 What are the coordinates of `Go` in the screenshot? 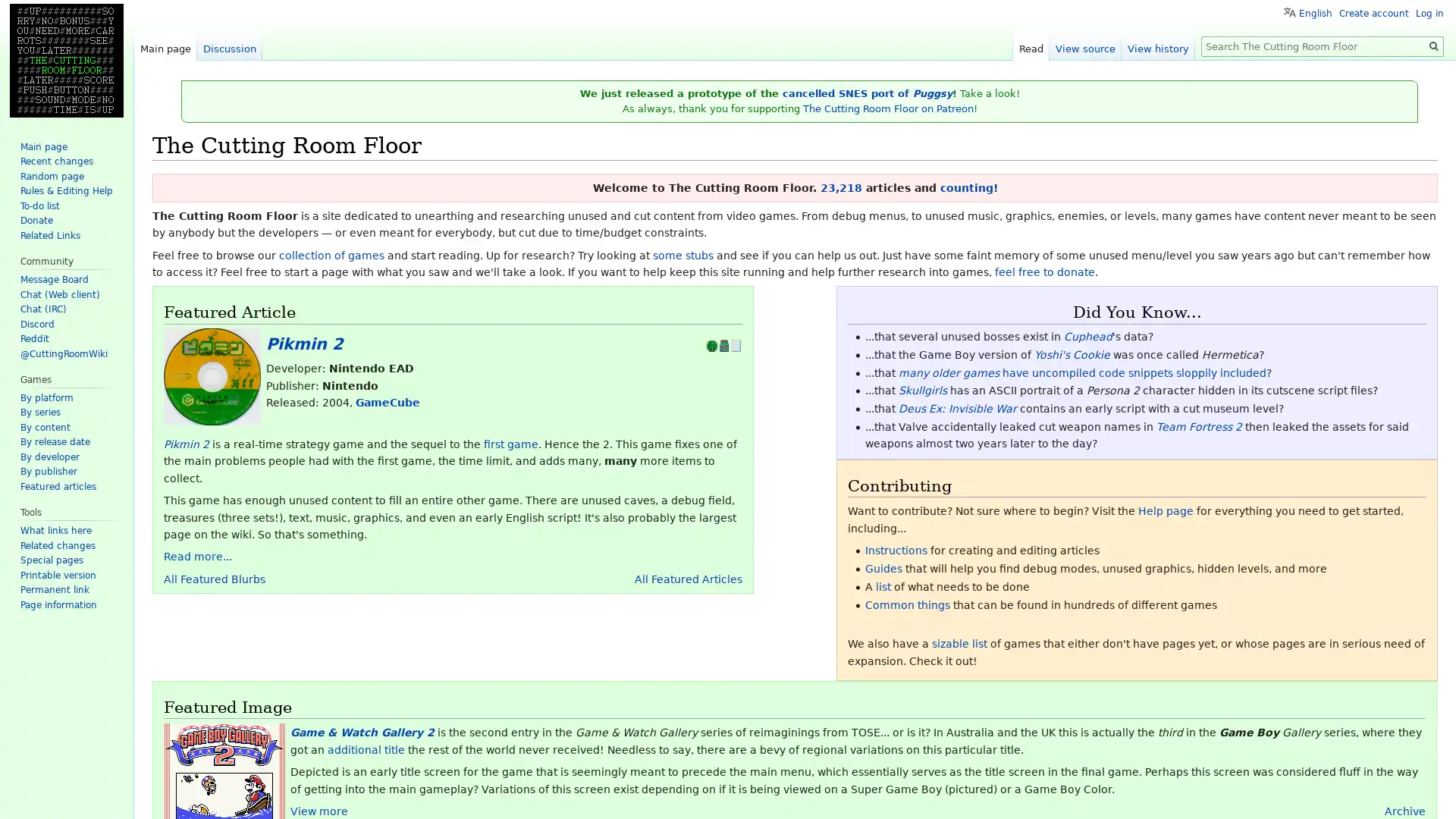 It's located at (1433, 45).